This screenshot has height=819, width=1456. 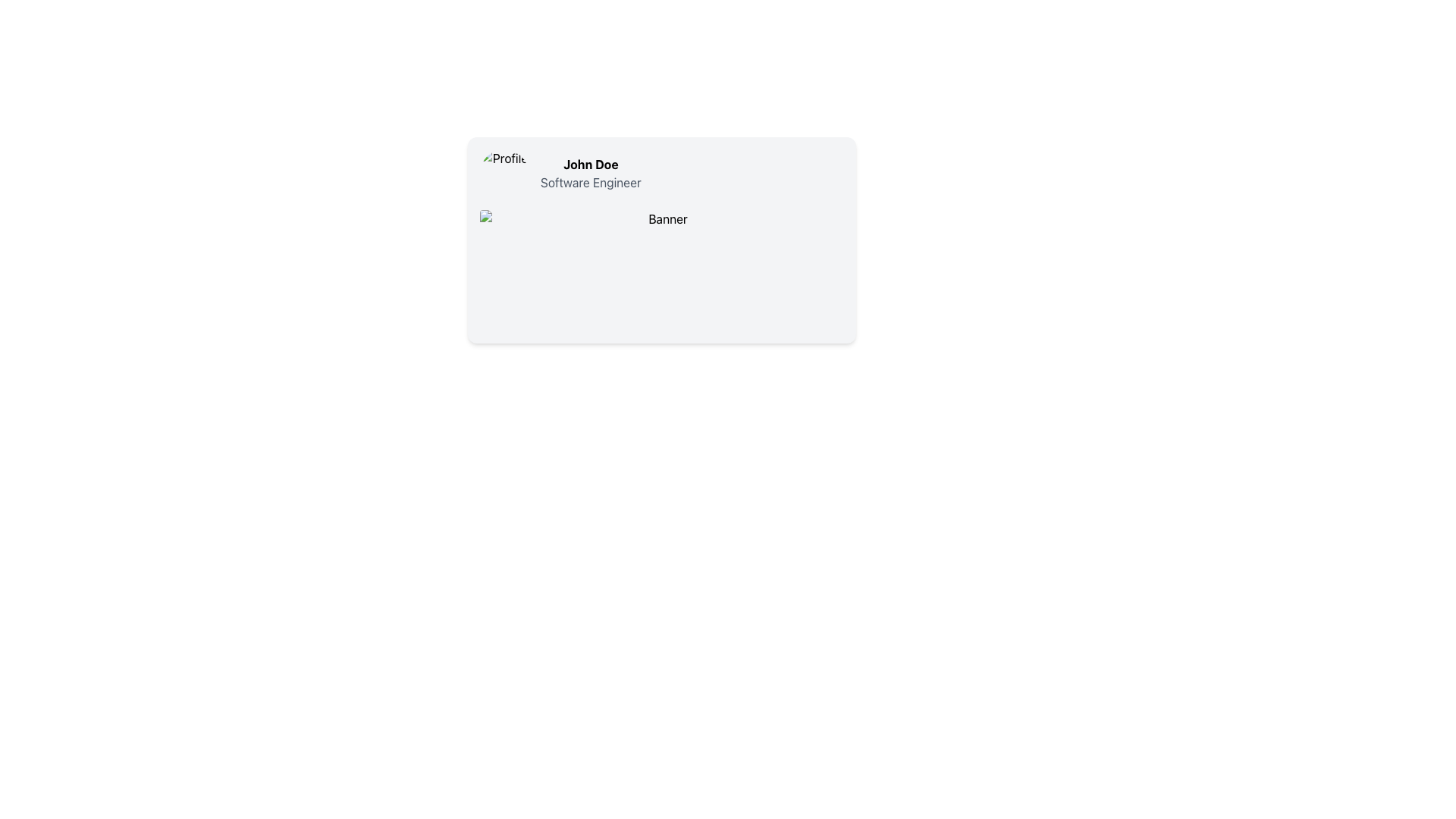 What do you see at coordinates (590, 181) in the screenshot?
I see `the job title text associated with 'John Doe'` at bounding box center [590, 181].